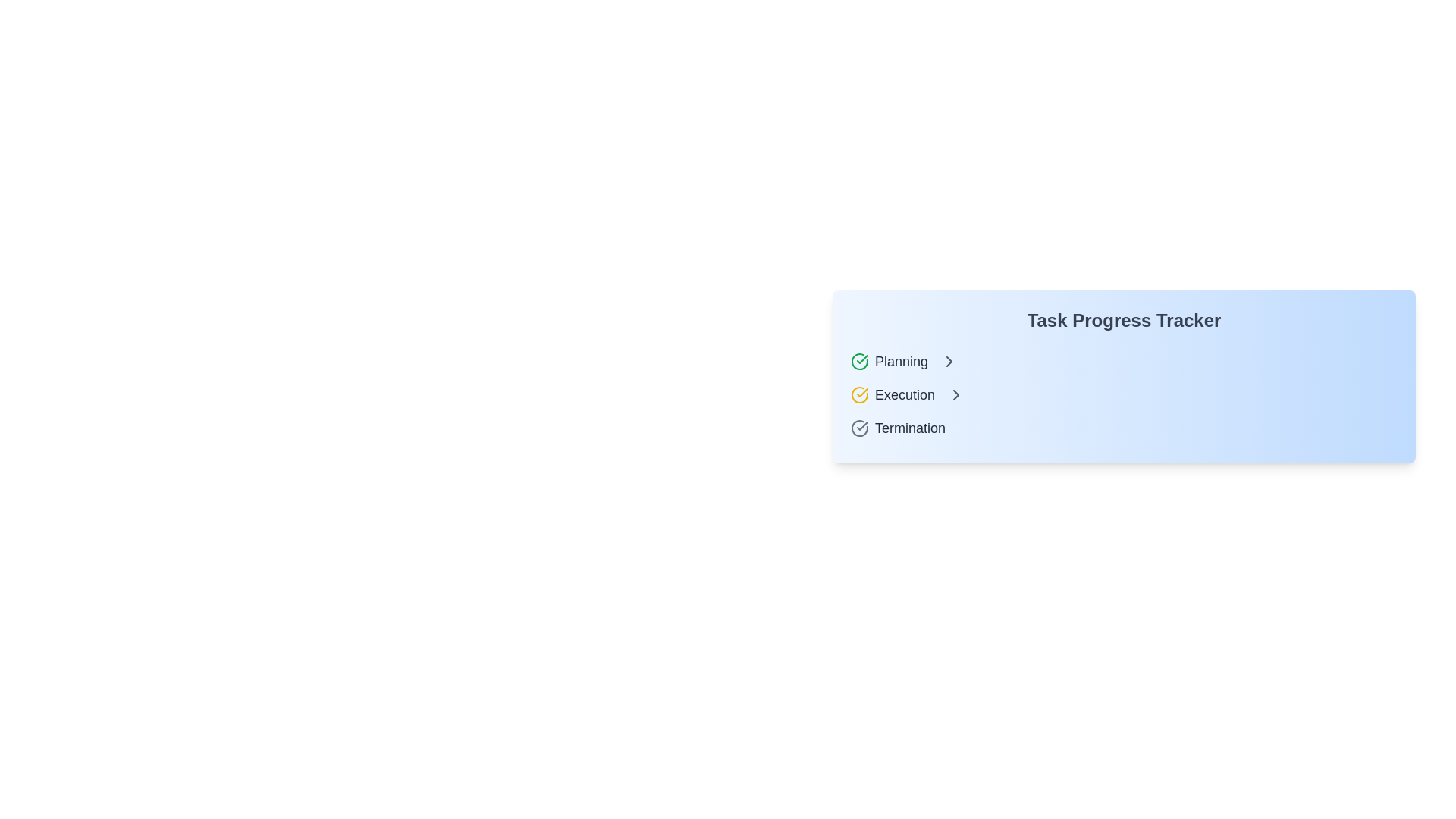 The width and height of the screenshot is (1456, 819). Describe the element at coordinates (1124, 435) in the screenshot. I see `the task progress tracker card located` at that location.